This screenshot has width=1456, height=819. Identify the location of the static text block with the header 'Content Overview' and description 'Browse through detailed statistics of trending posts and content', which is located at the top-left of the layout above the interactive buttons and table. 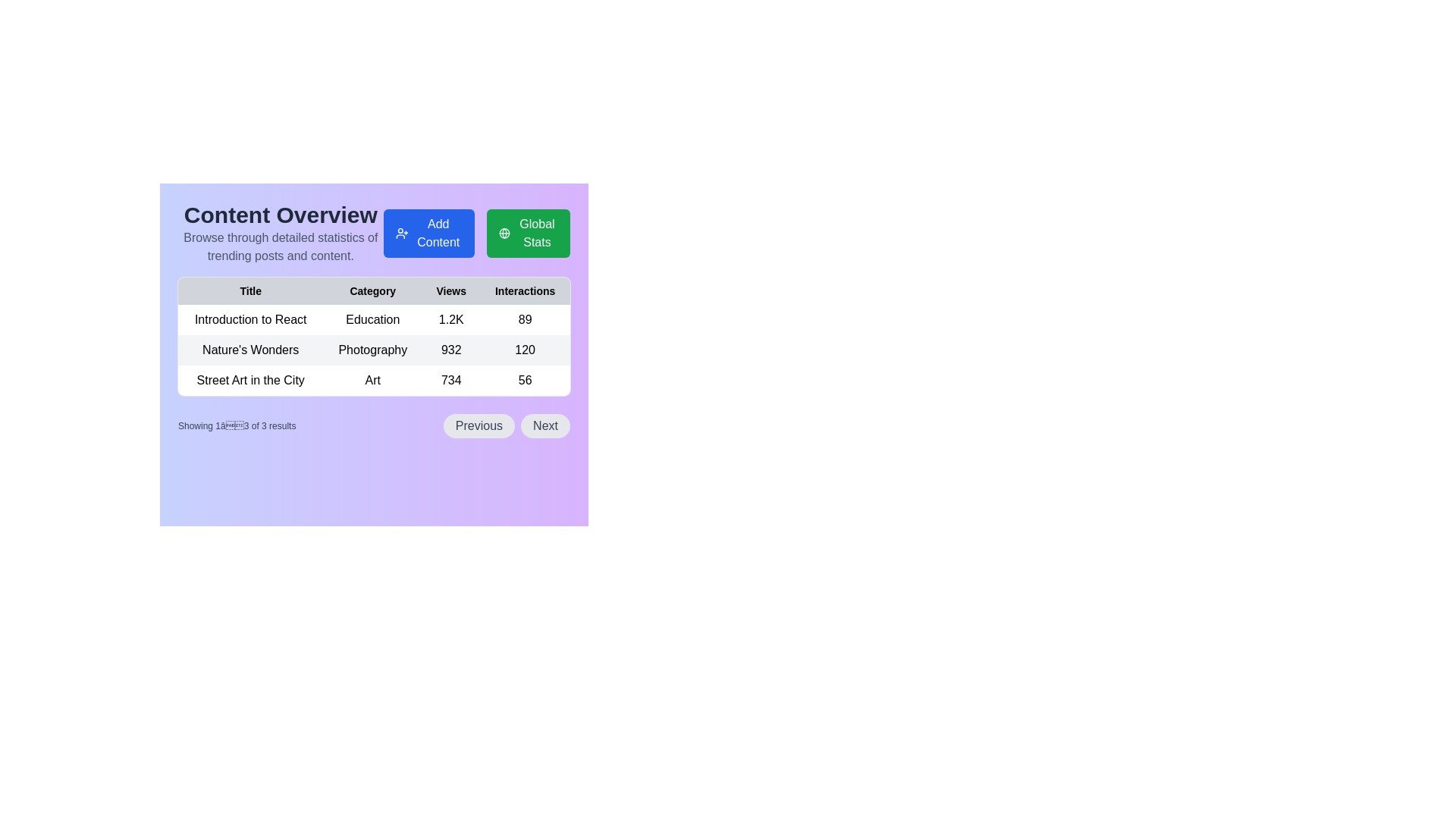
(374, 234).